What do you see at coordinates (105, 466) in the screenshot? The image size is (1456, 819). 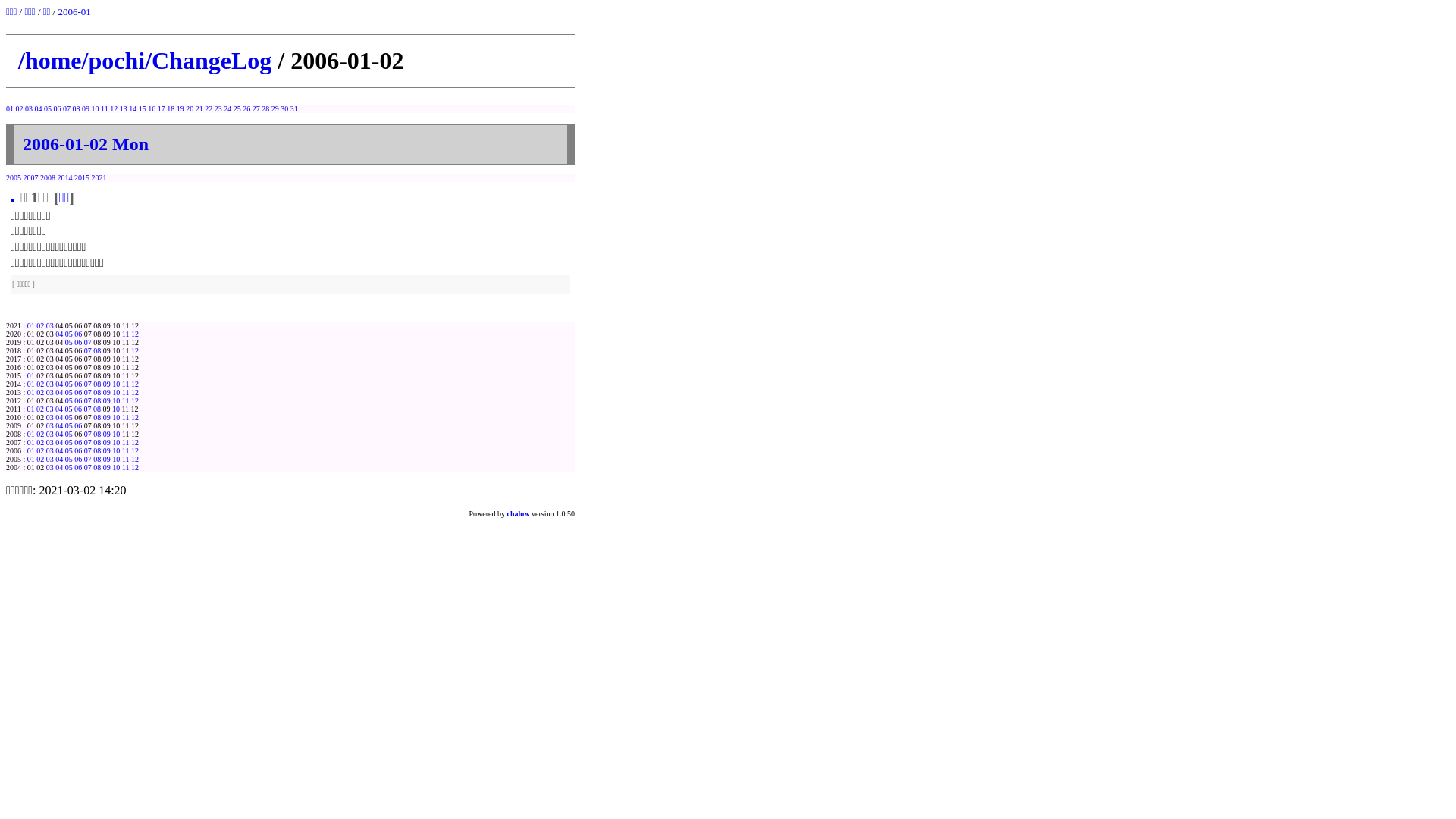 I see `'09'` at bounding box center [105, 466].